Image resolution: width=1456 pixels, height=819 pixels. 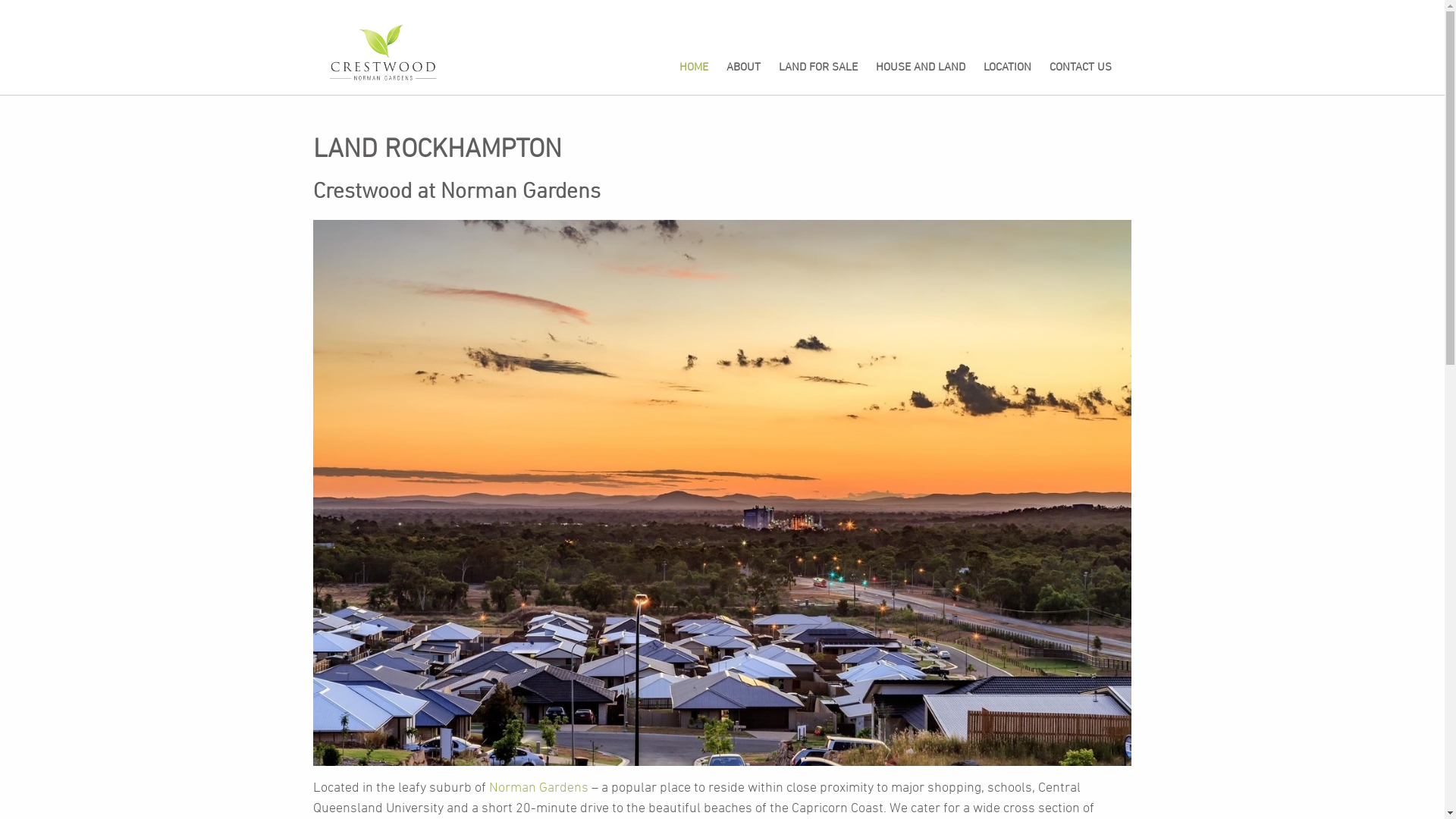 I want to click on 'HOME', so click(x=693, y=67).